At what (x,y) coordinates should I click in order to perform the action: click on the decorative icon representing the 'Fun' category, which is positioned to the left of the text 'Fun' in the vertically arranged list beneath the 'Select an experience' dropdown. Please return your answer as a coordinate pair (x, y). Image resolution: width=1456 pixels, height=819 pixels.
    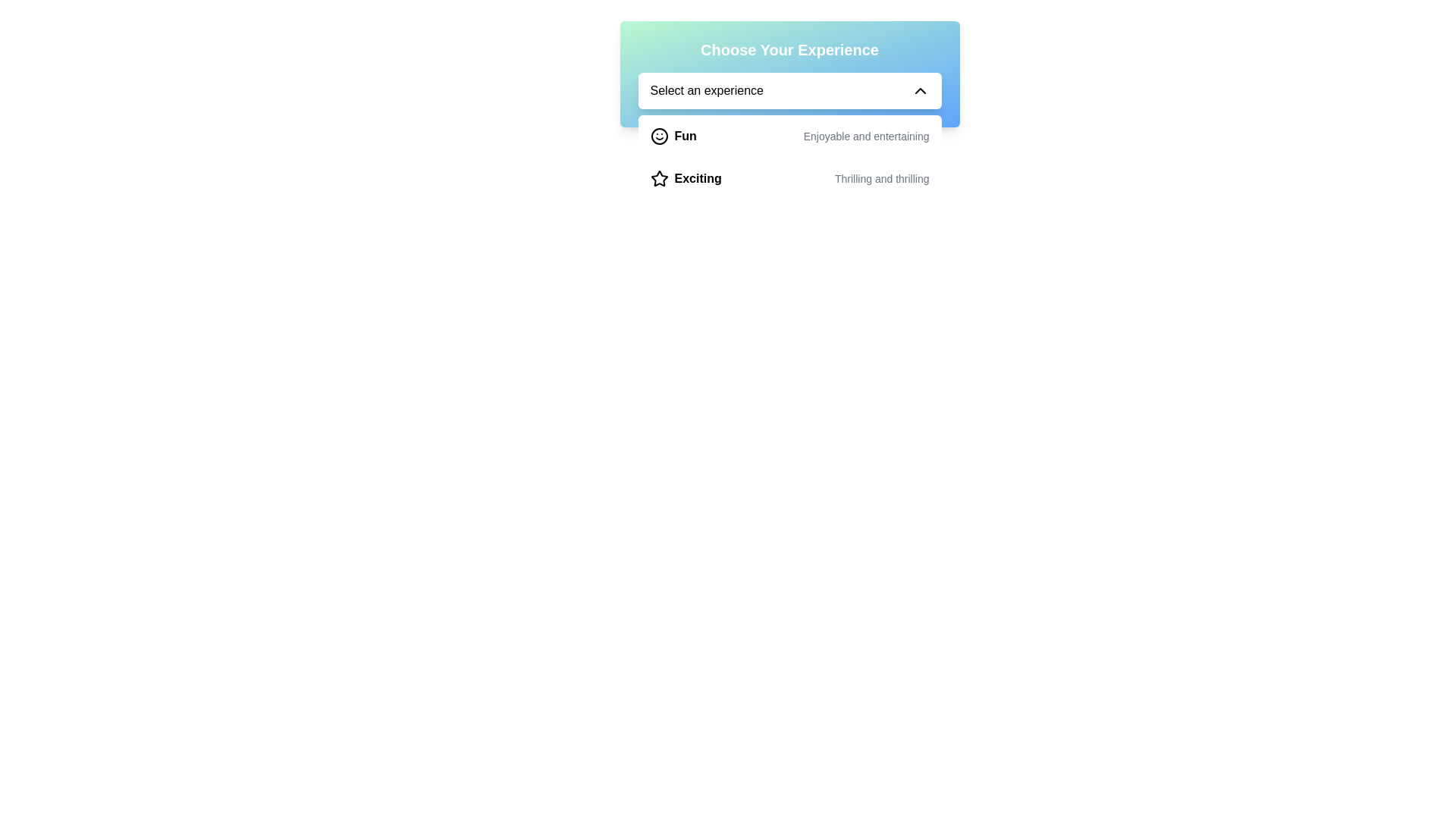
    Looking at the image, I should click on (659, 136).